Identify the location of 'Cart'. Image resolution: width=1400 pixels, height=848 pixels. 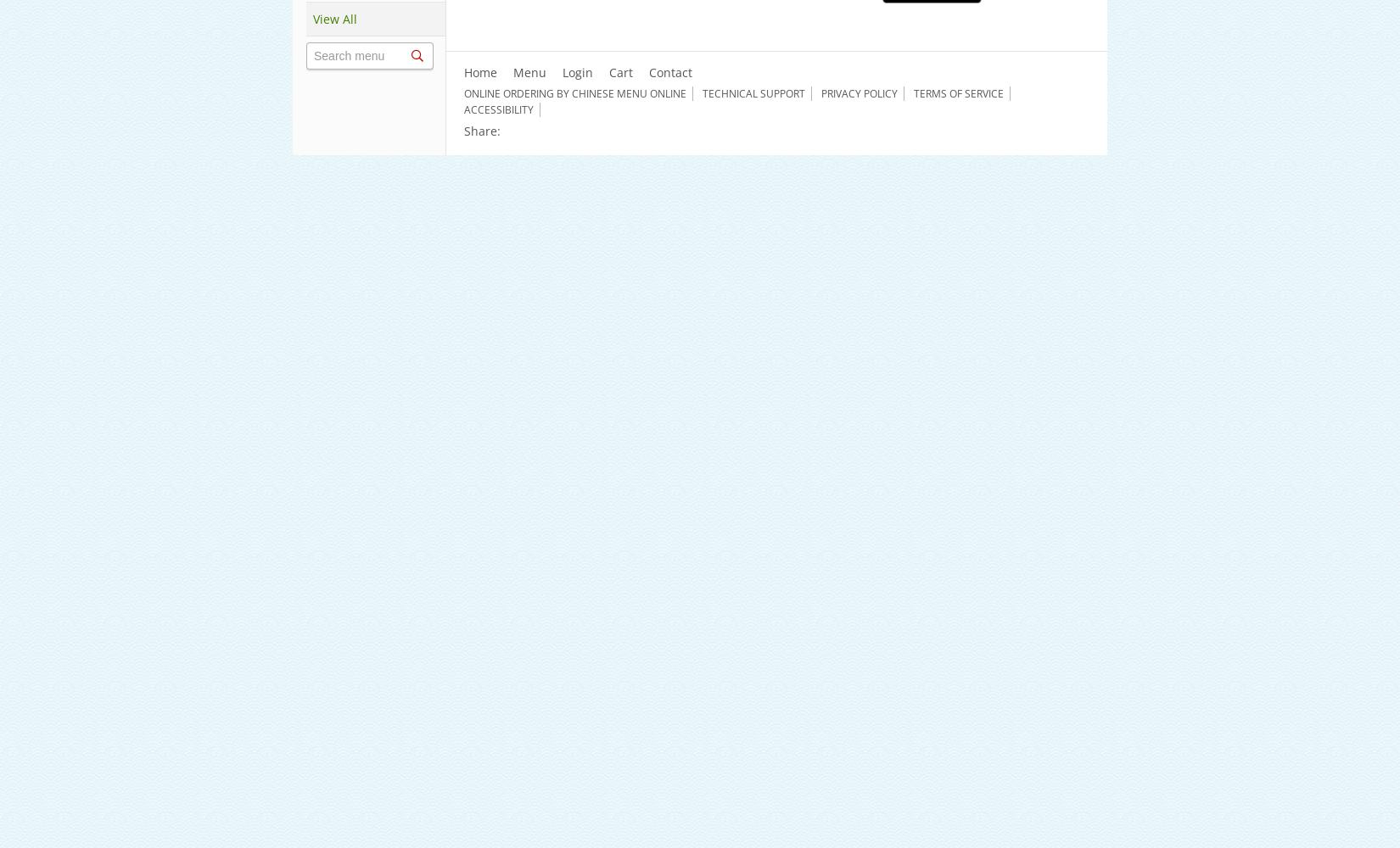
(619, 71).